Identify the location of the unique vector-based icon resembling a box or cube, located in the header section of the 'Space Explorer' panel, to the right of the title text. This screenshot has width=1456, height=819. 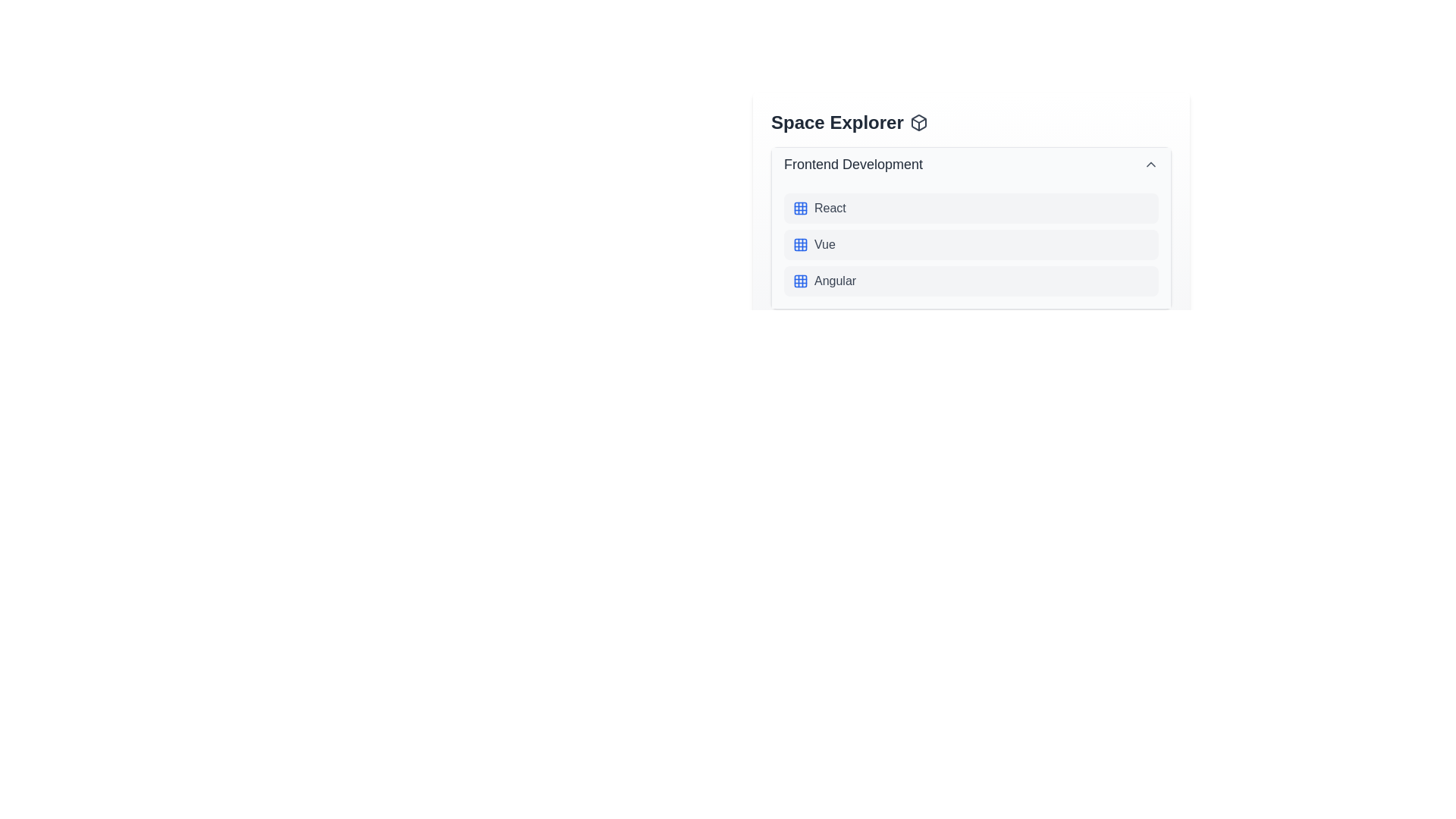
(918, 122).